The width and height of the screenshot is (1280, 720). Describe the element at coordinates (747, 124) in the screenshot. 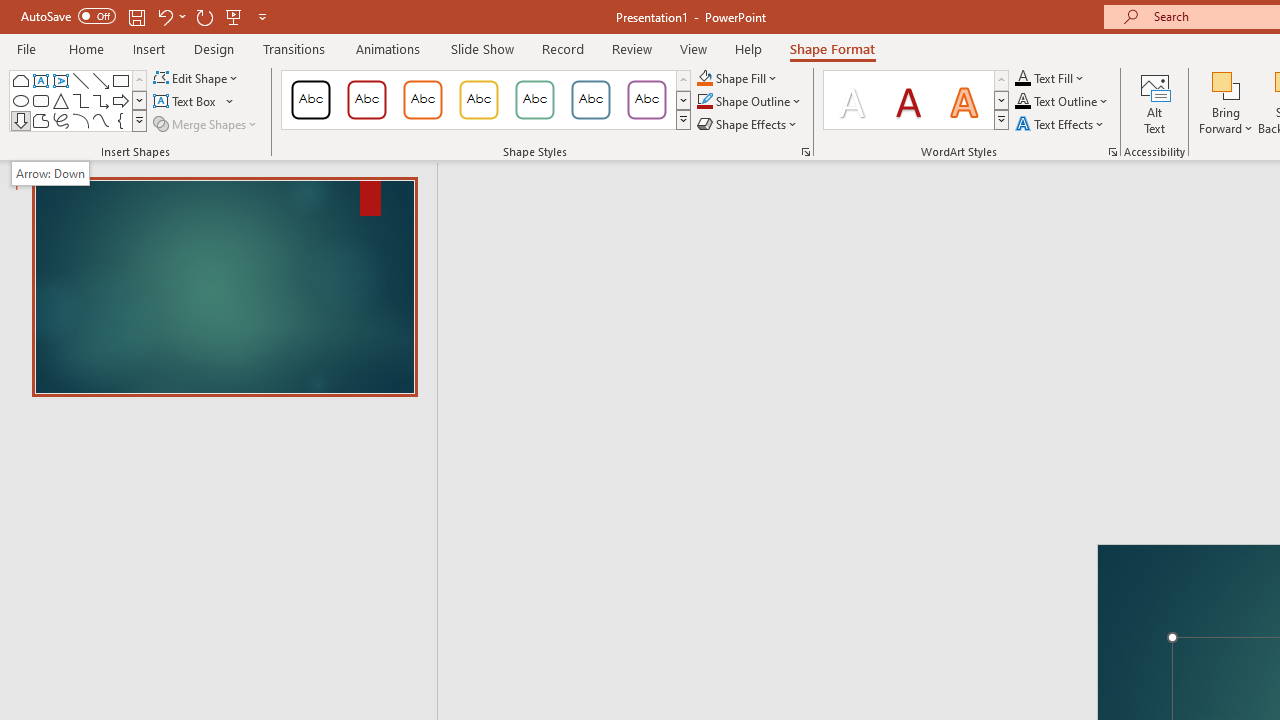

I see `'Shape Effects'` at that location.